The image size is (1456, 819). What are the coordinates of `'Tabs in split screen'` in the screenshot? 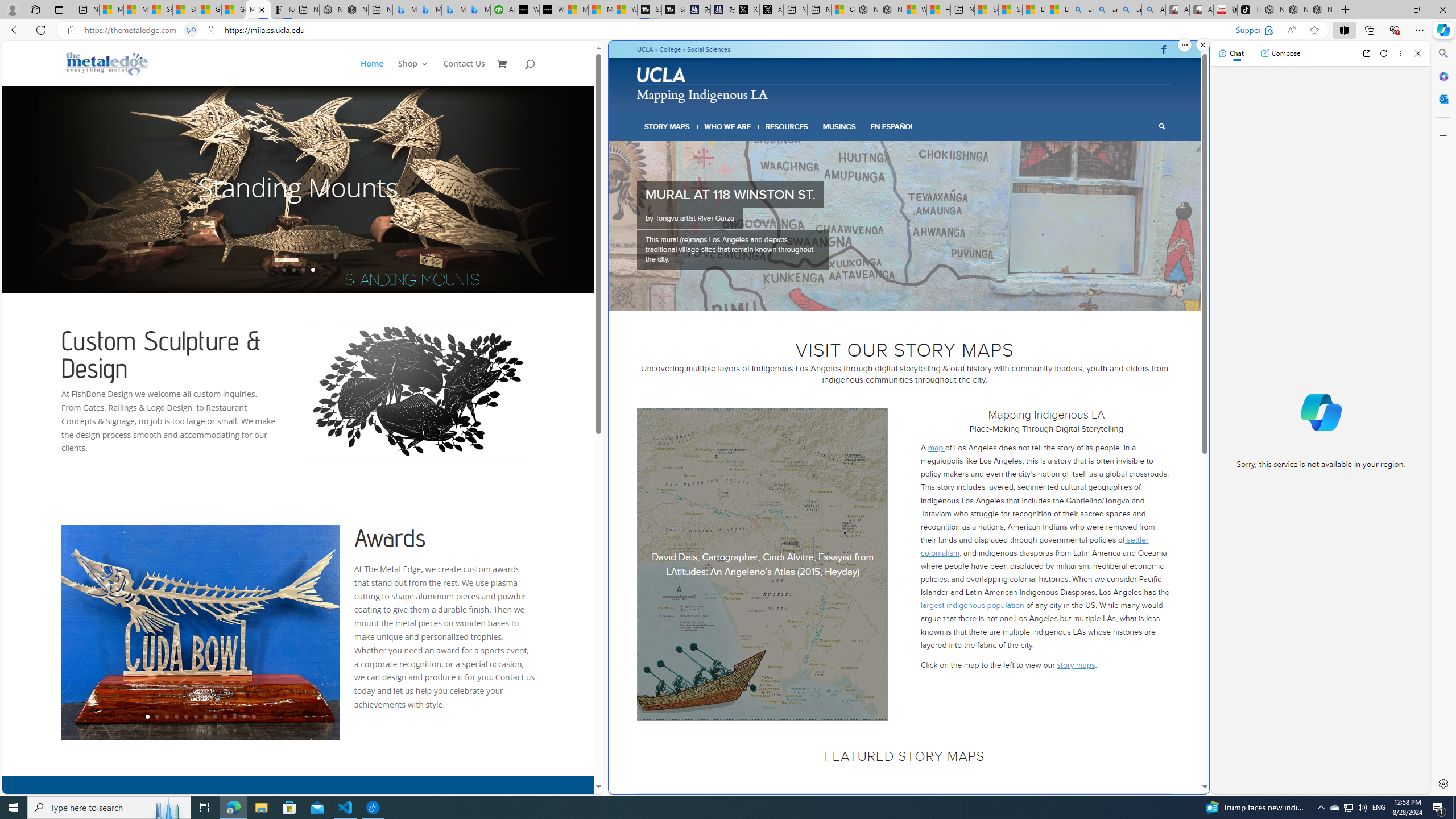 It's located at (190, 30).